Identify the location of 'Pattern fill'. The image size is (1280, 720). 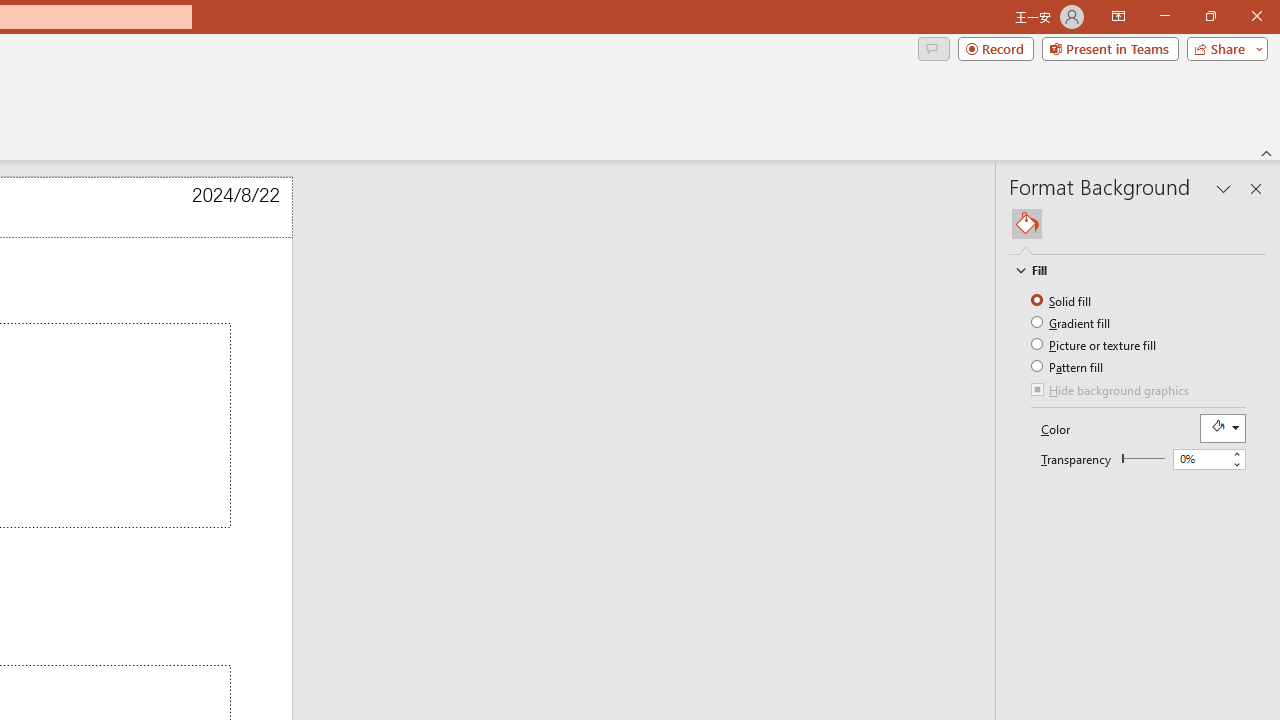
(1067, 366).